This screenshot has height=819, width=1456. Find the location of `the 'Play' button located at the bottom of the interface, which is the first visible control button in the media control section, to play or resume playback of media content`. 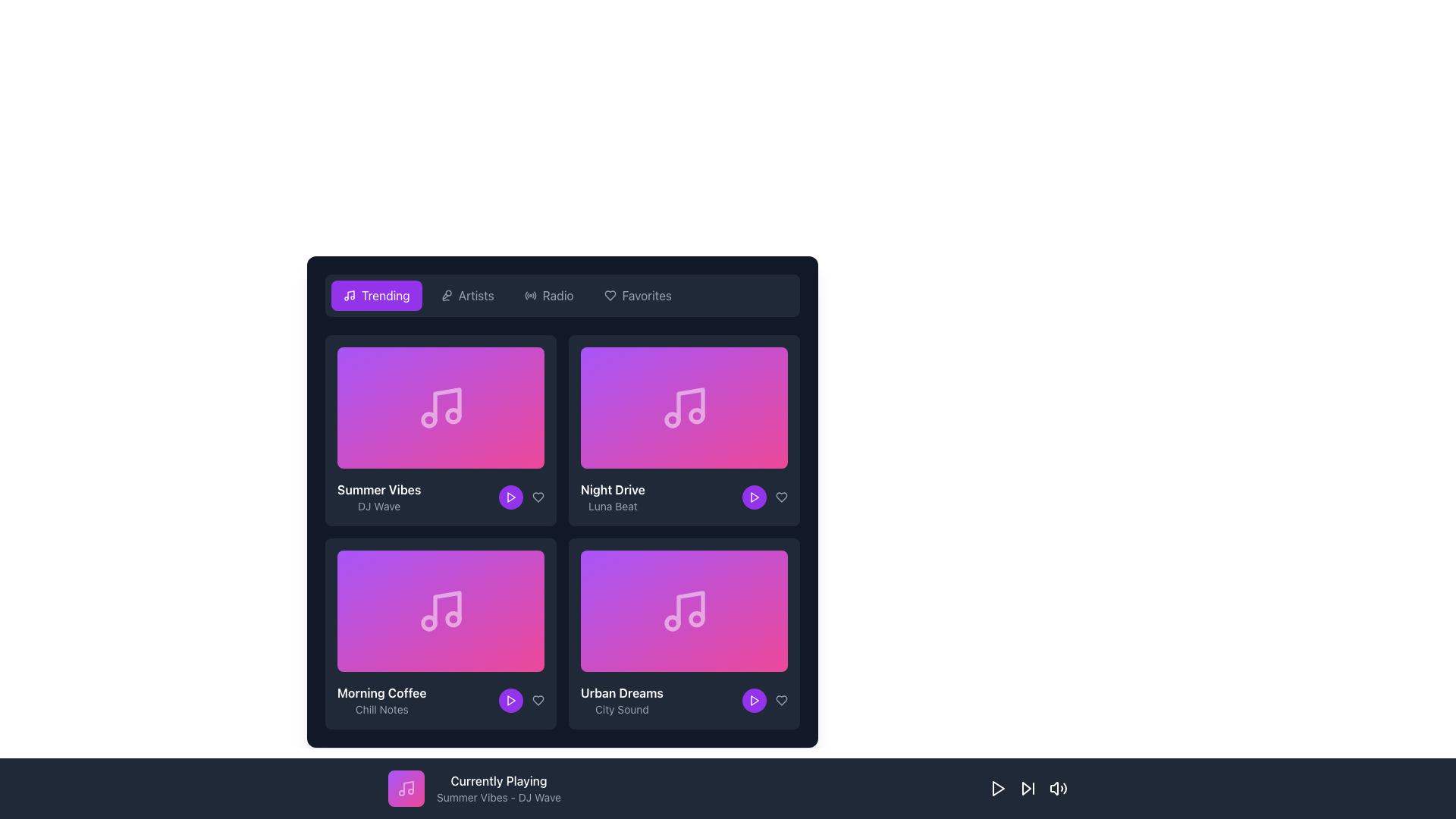

the 'Play' button located at the bottom of the interface, which is the first visible control button in the media control section, to play or resume playback of media content is located at coordinates (997, 788).